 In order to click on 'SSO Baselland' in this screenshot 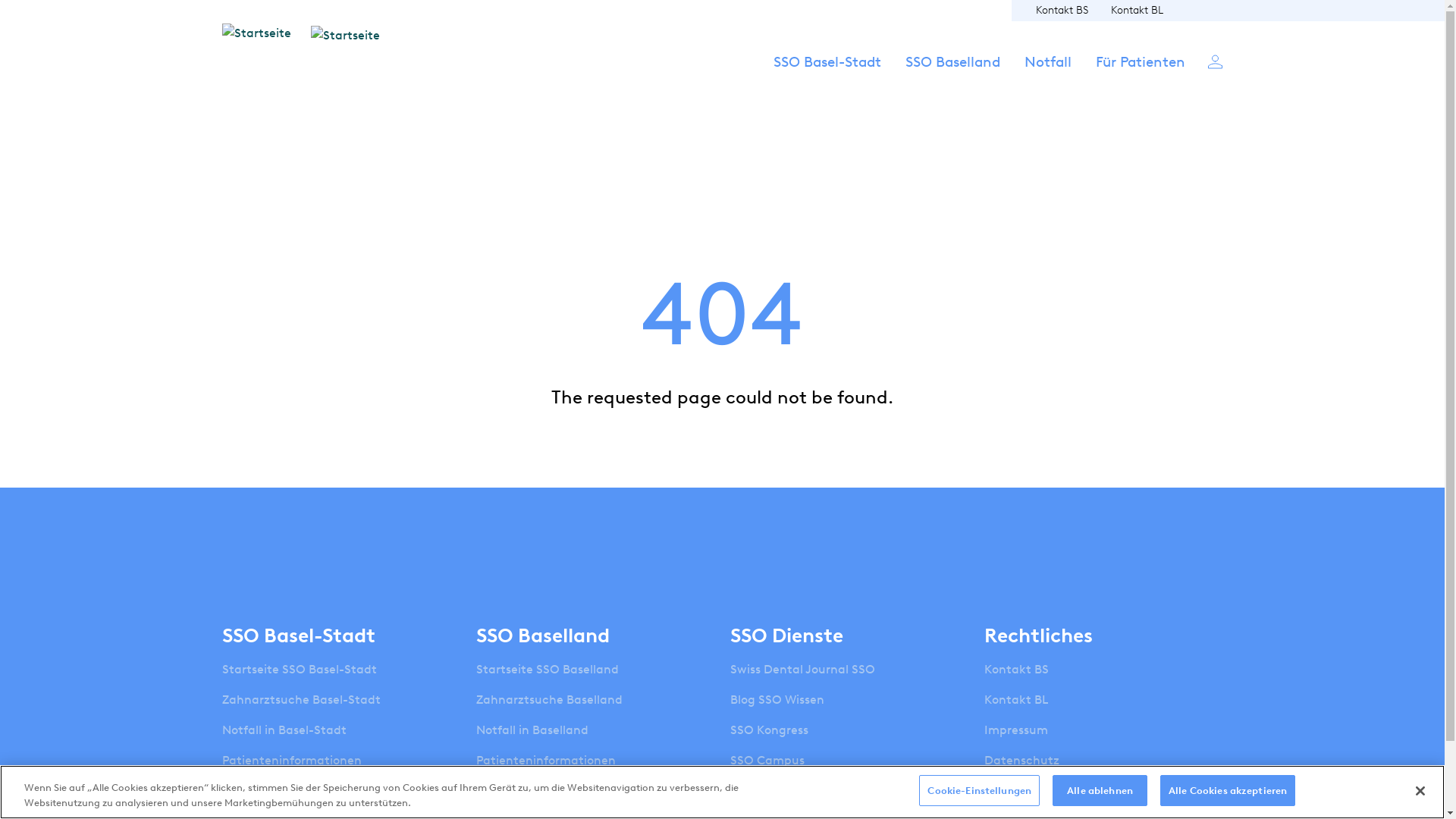, I will do `click(952, 76)`.